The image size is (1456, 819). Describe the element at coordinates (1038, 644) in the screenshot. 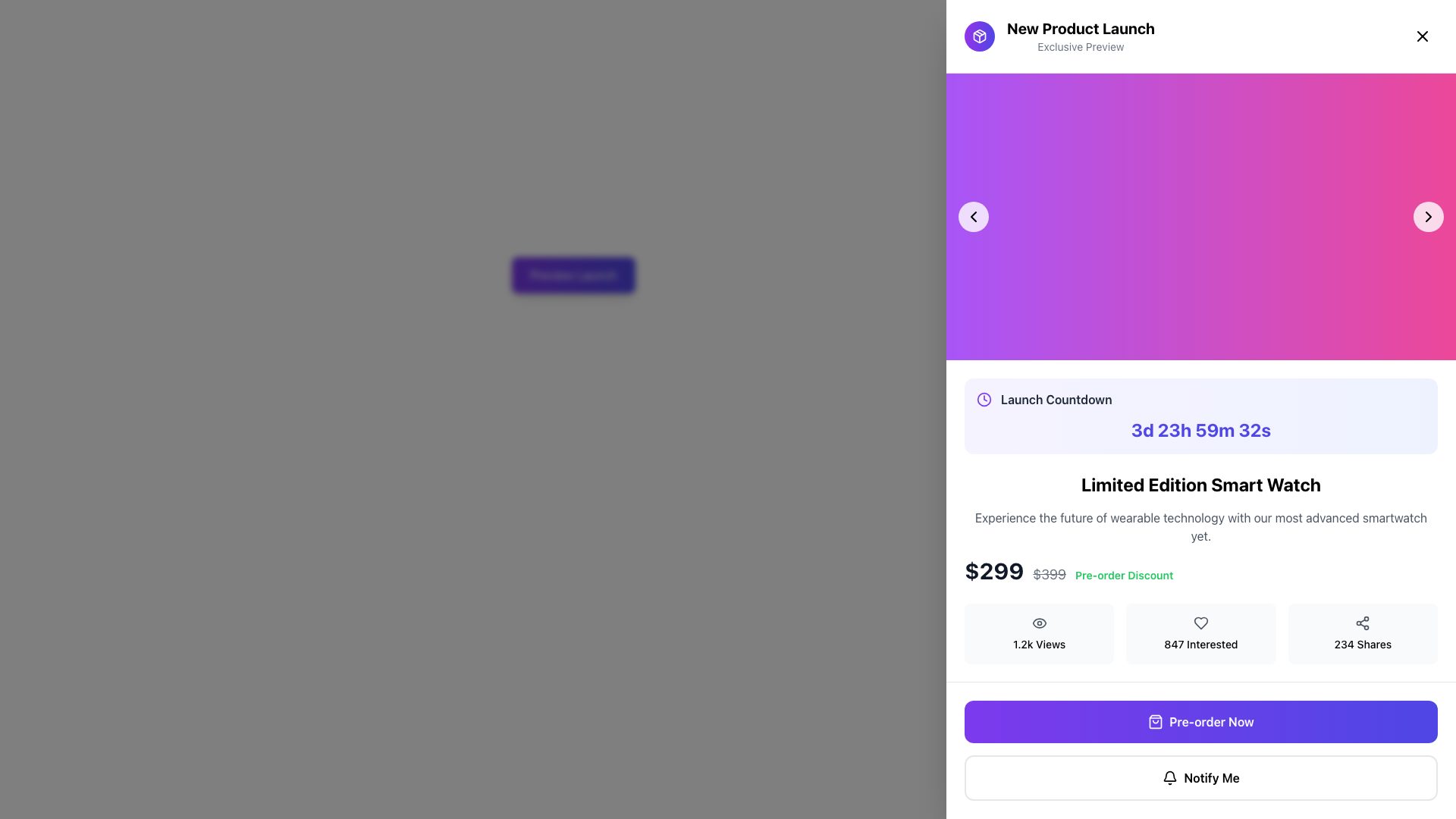

I see `text label displaying '1.2k Views' located within a light gray rectangular box below the product price section in the right panel of the interface` at that location.